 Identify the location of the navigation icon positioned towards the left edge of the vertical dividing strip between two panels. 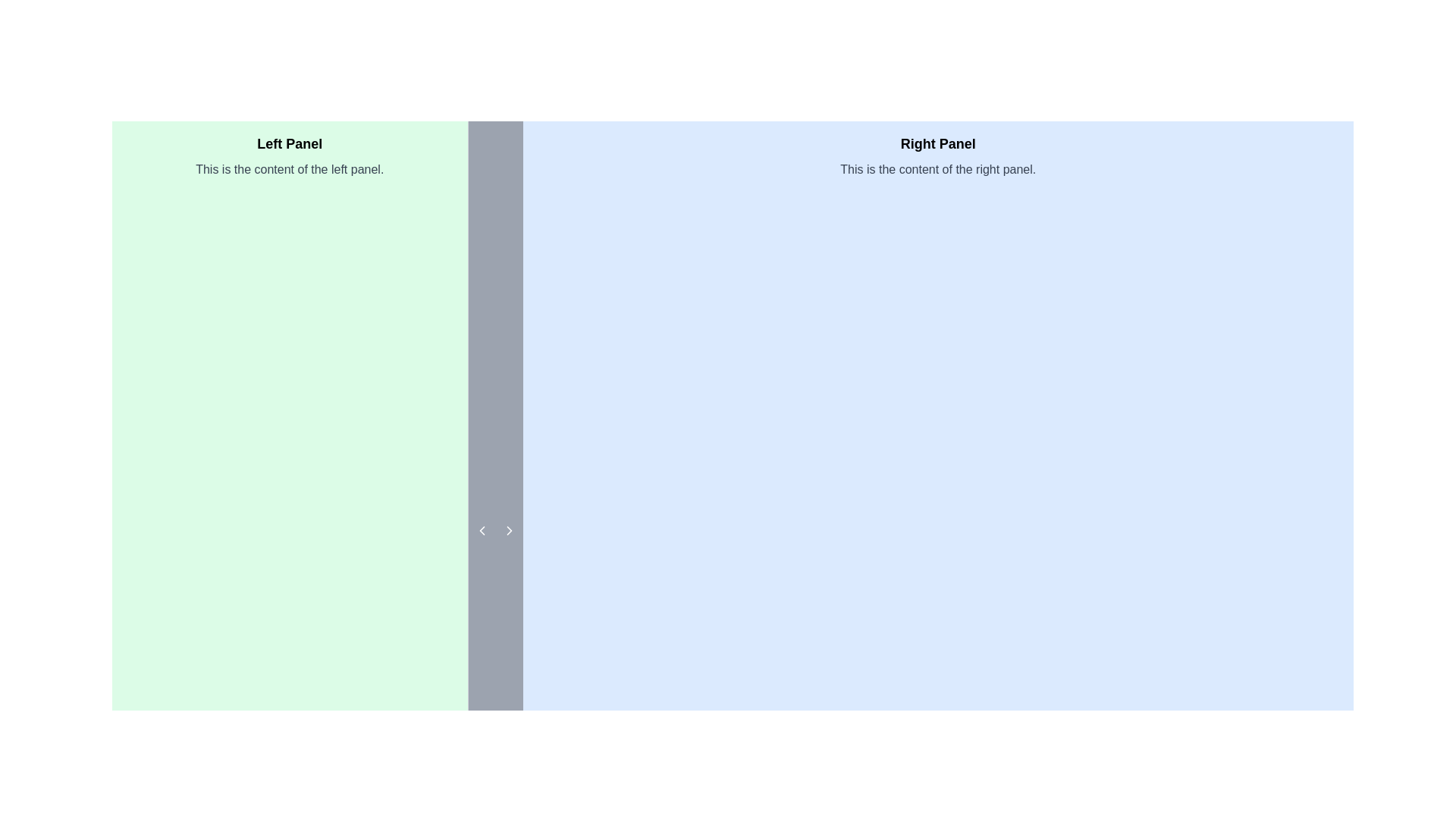
(481, 529).